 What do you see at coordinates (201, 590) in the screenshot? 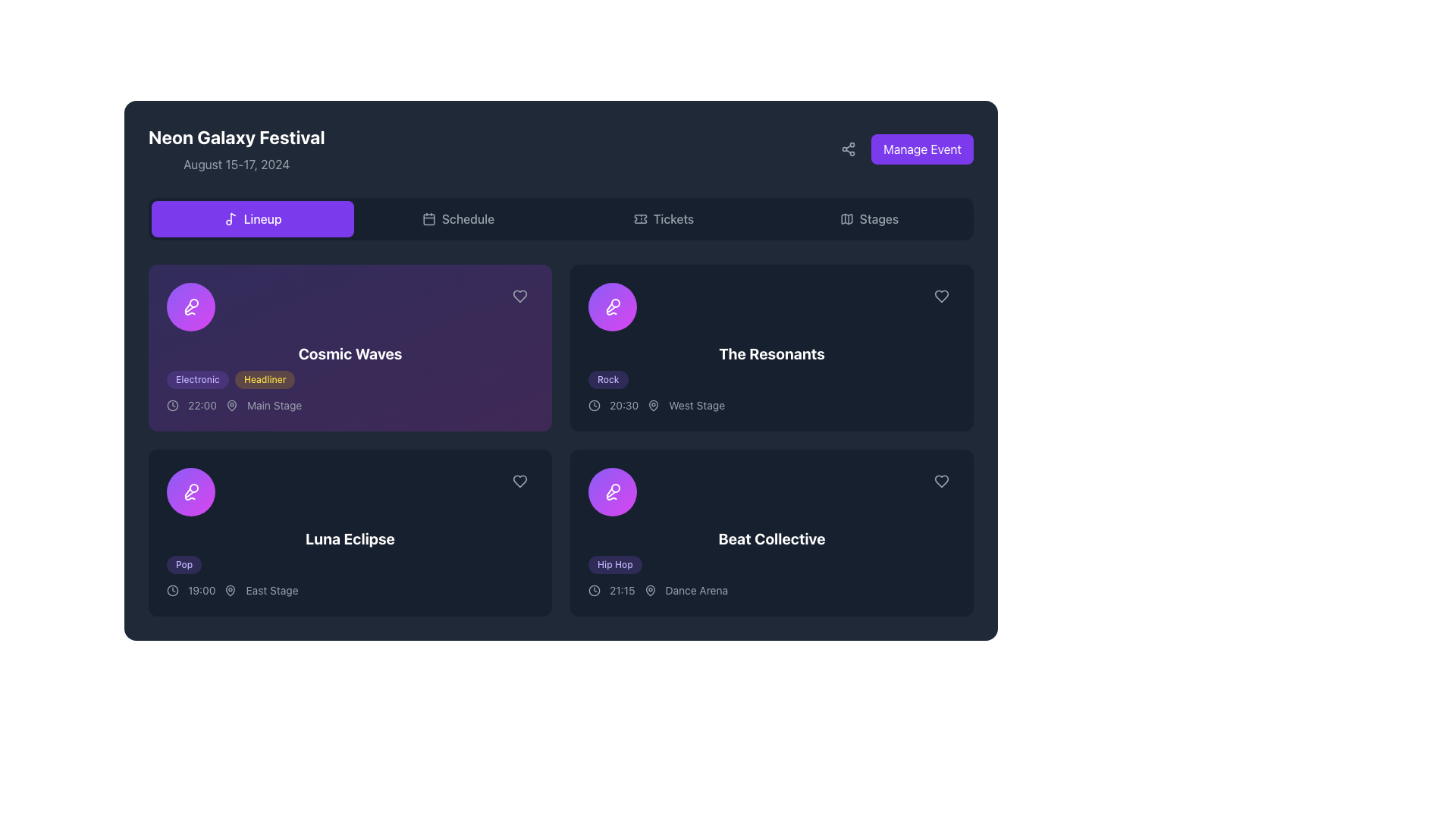
I see `the Text label indicating the time of the event located under 'Luna Eclipse', positioned to the right of a clock icon and to the left of 'East Stage'` at bounding box center [201, 590].